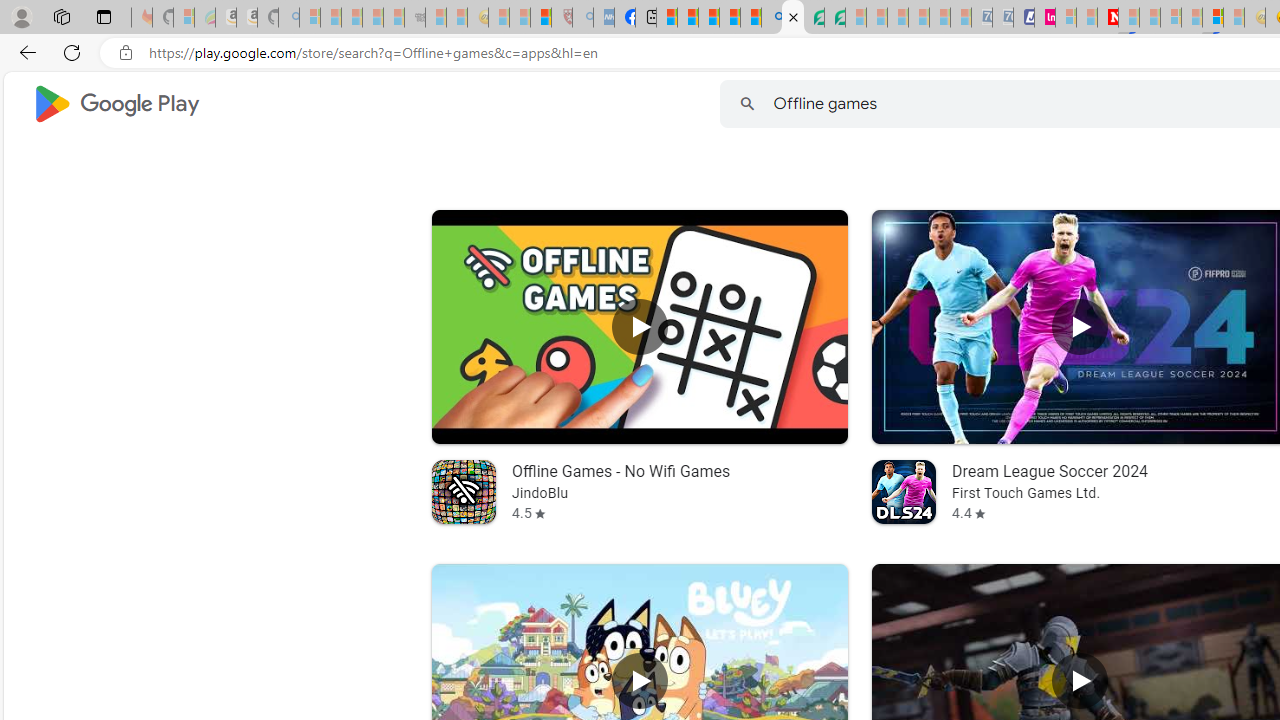  What do you see at coordinates (103, 16) in the screenshot?
I see `'Tab actions menu'` at bounding box center [103, 16].